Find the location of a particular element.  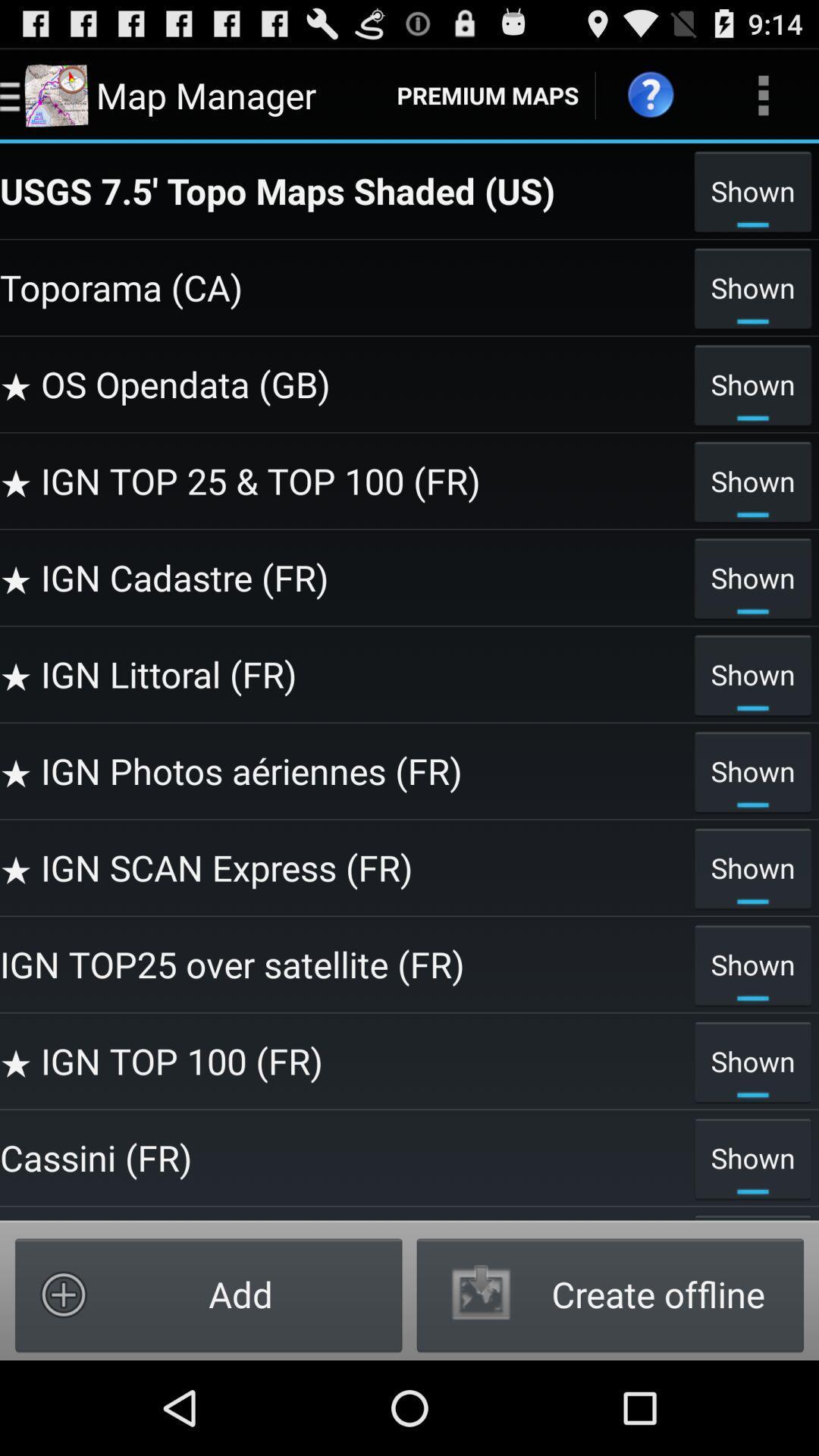

icon above shown is located at coordinates (763, 94).